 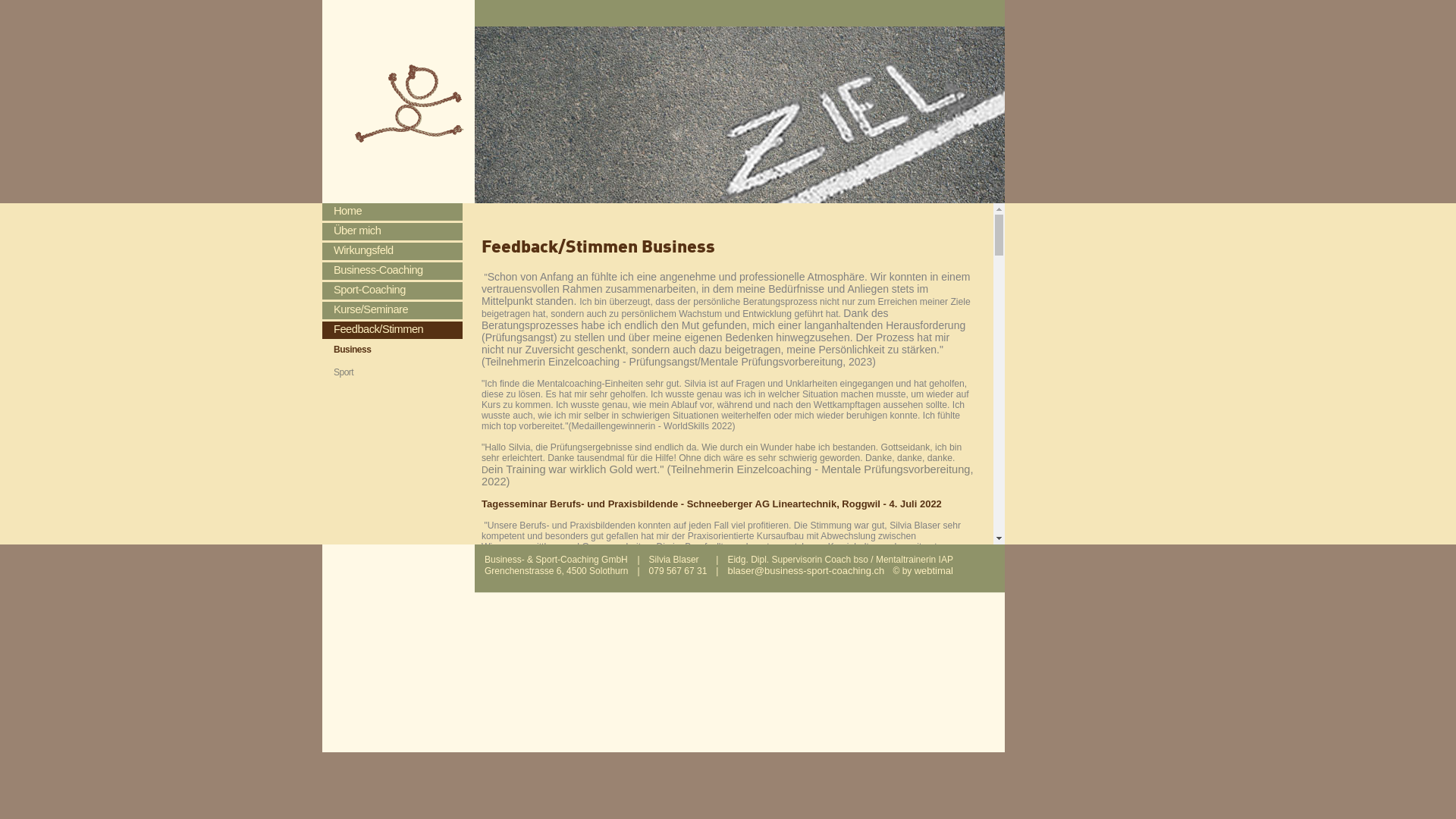 What do you see at coordinates (805, 568) in the screenshot?
I see `'blaser@business-sport-coaching.ch'` at bounding box center [805, 568].